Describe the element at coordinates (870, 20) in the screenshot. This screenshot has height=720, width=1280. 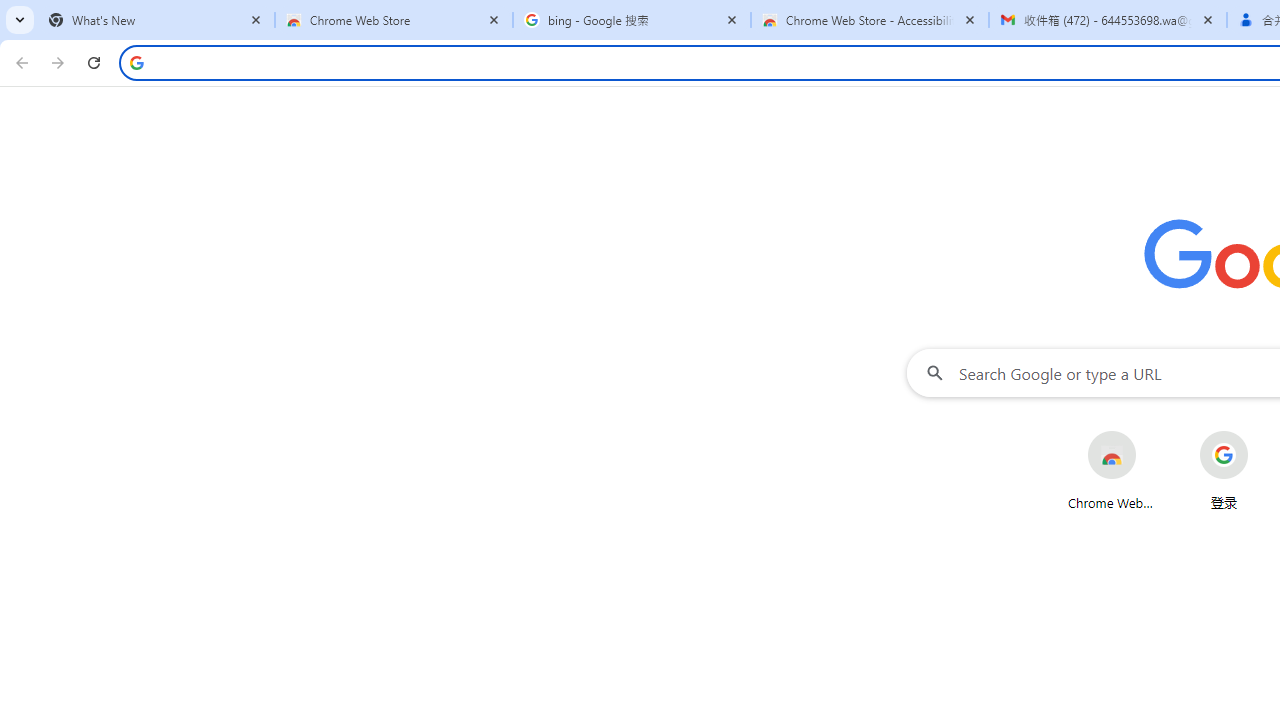
I see `'Chrome Web Store - Accessibility'` at that location.